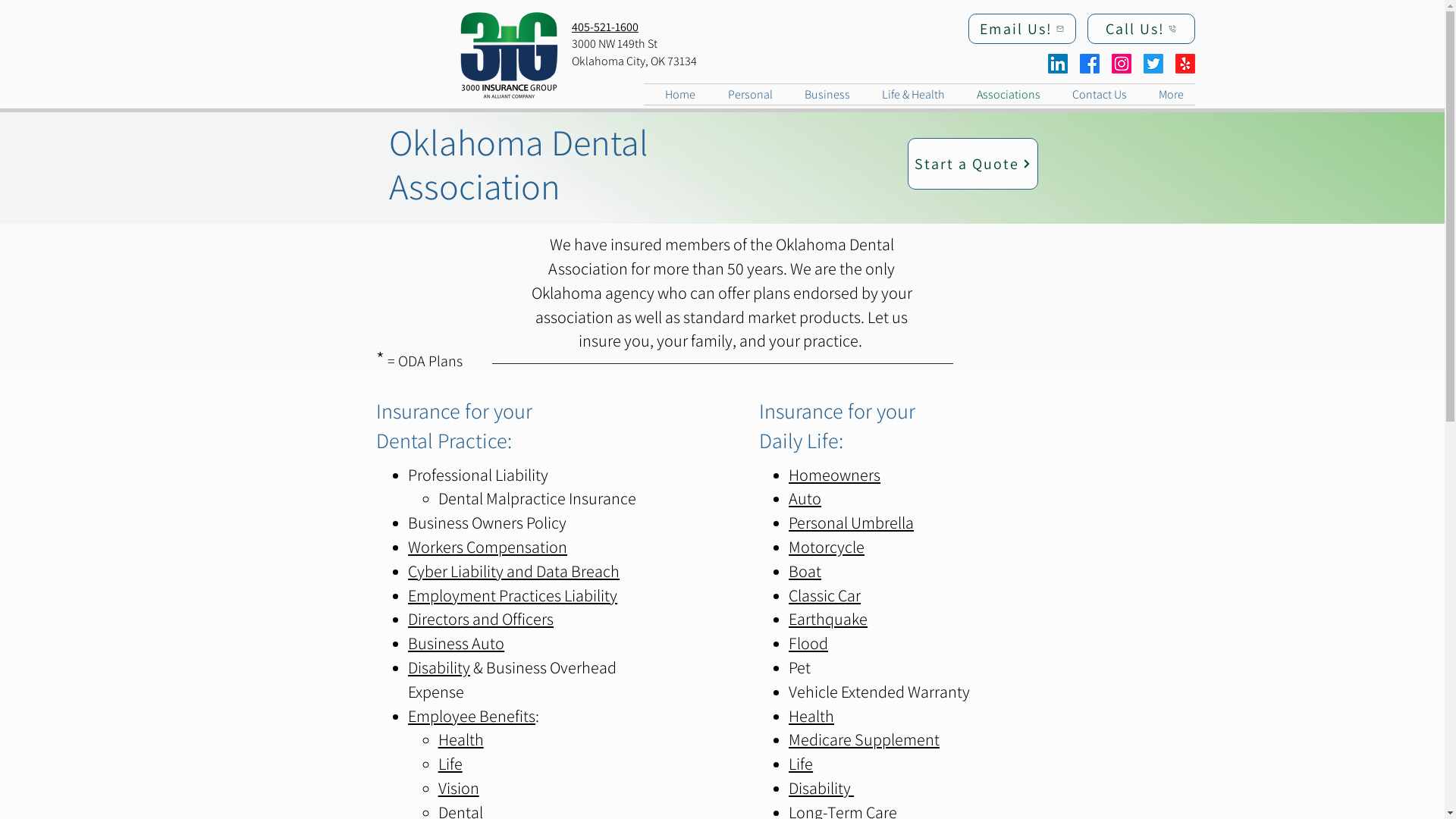 This screenshot has width=1456, height=819. What do you see at coordinates (745, 94) in the screenshot?
I see `'Personal'` at bounding box center [745, 94].